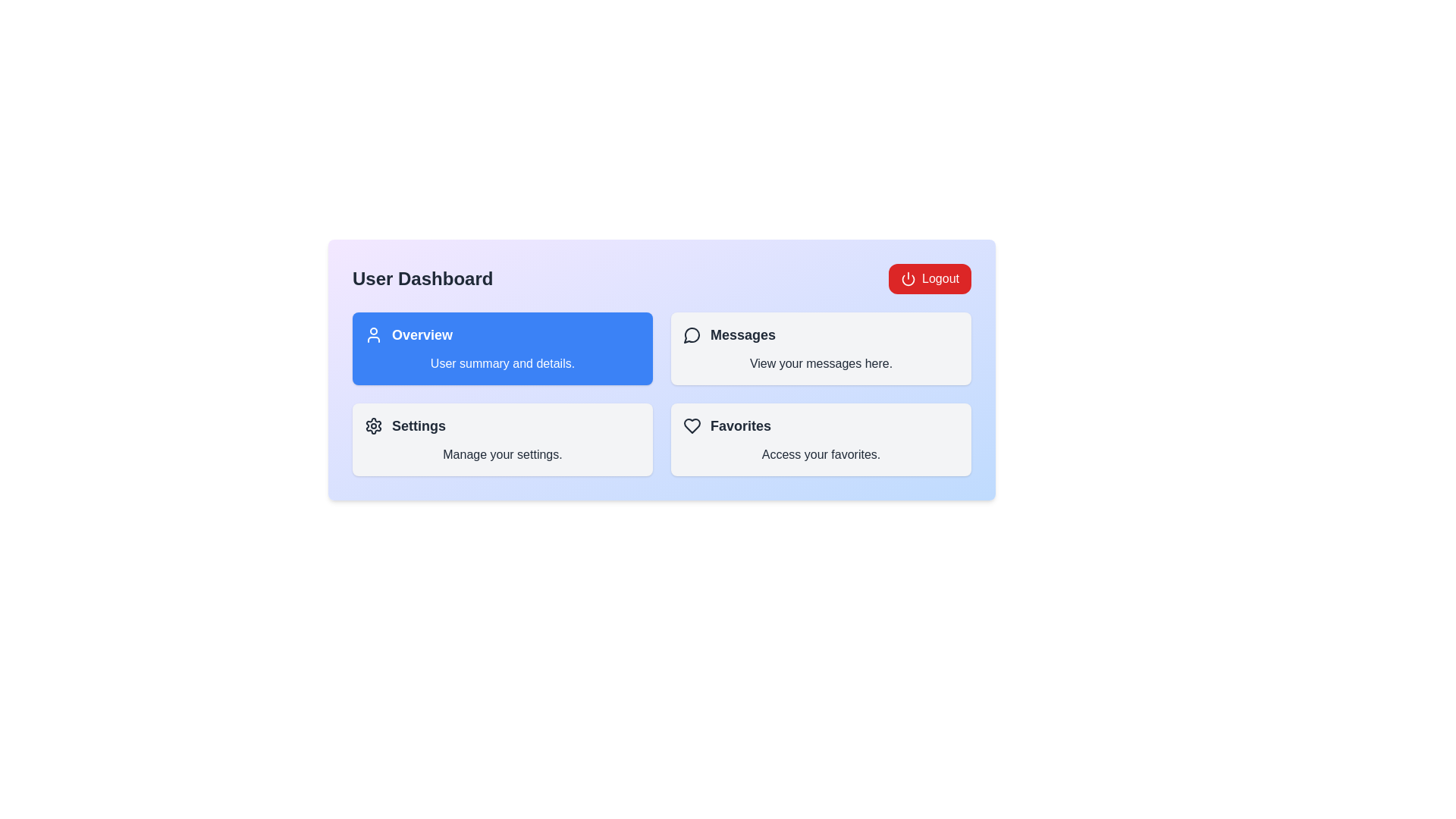  I want to click on the power/logout icon located inside the red rounded rectangle button labeled 'Logout' at the top-right corner of the User Dashboard, so click(908, 278).